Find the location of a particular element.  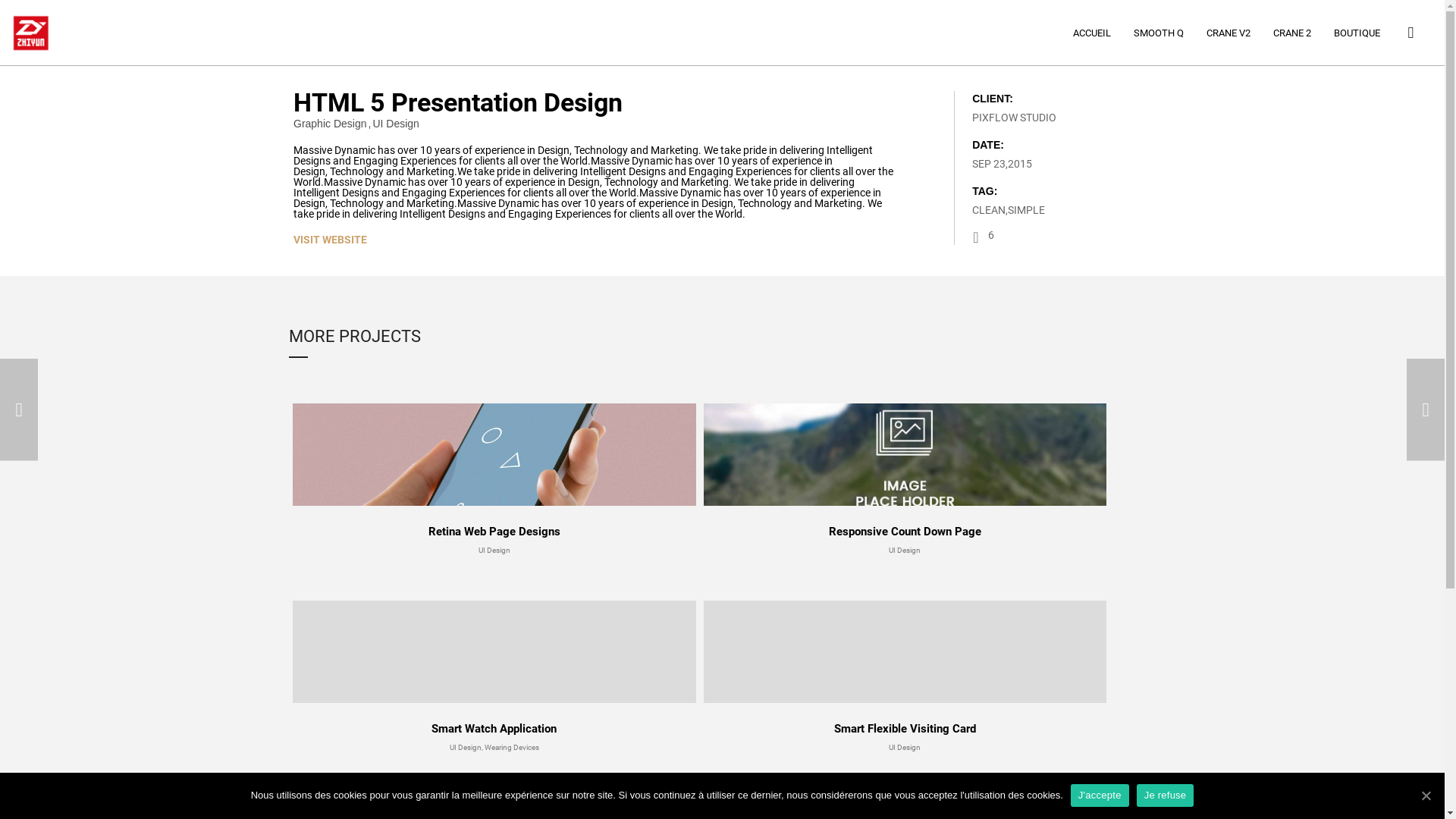

'ACCUEIL' is located at coordinates (1092, 33).